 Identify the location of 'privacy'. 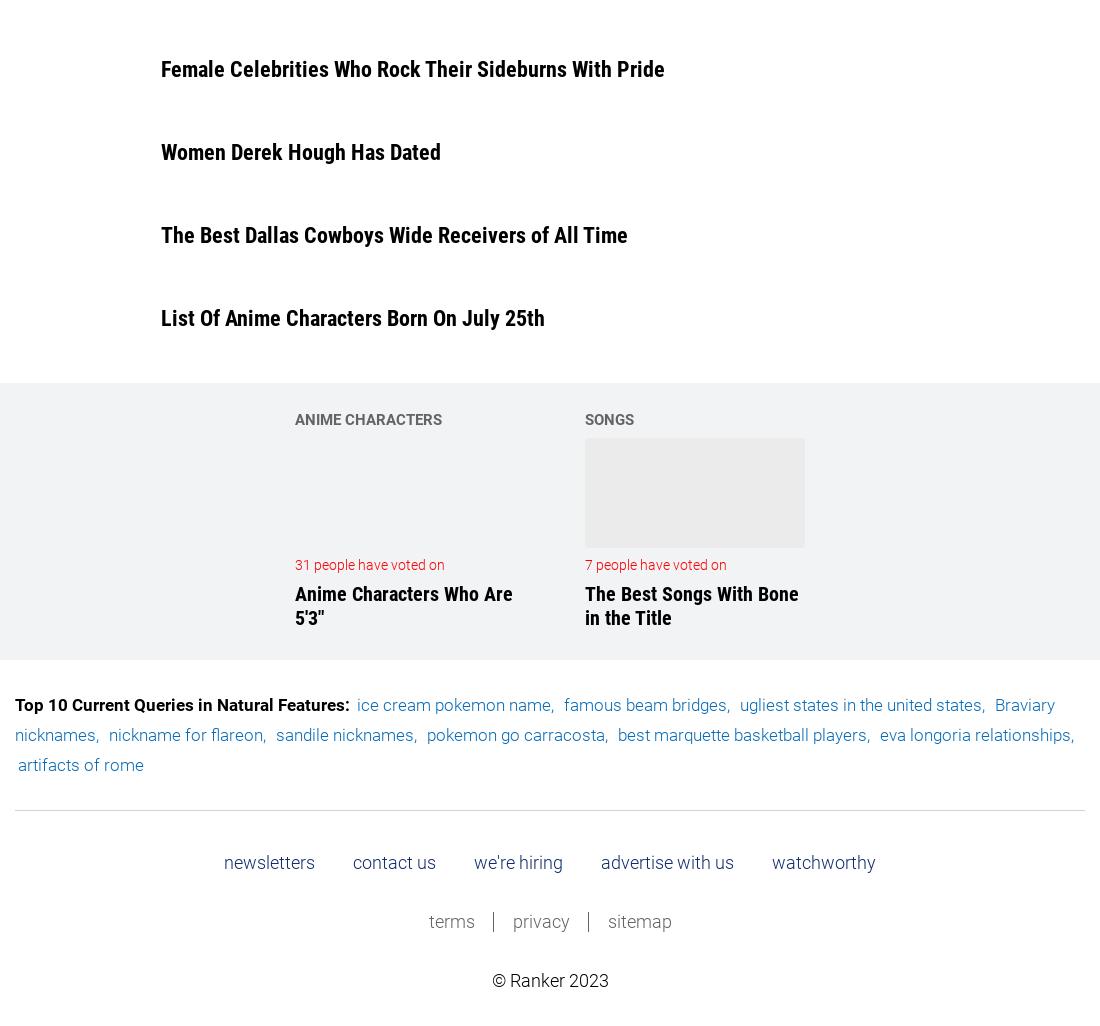
(540, 919).